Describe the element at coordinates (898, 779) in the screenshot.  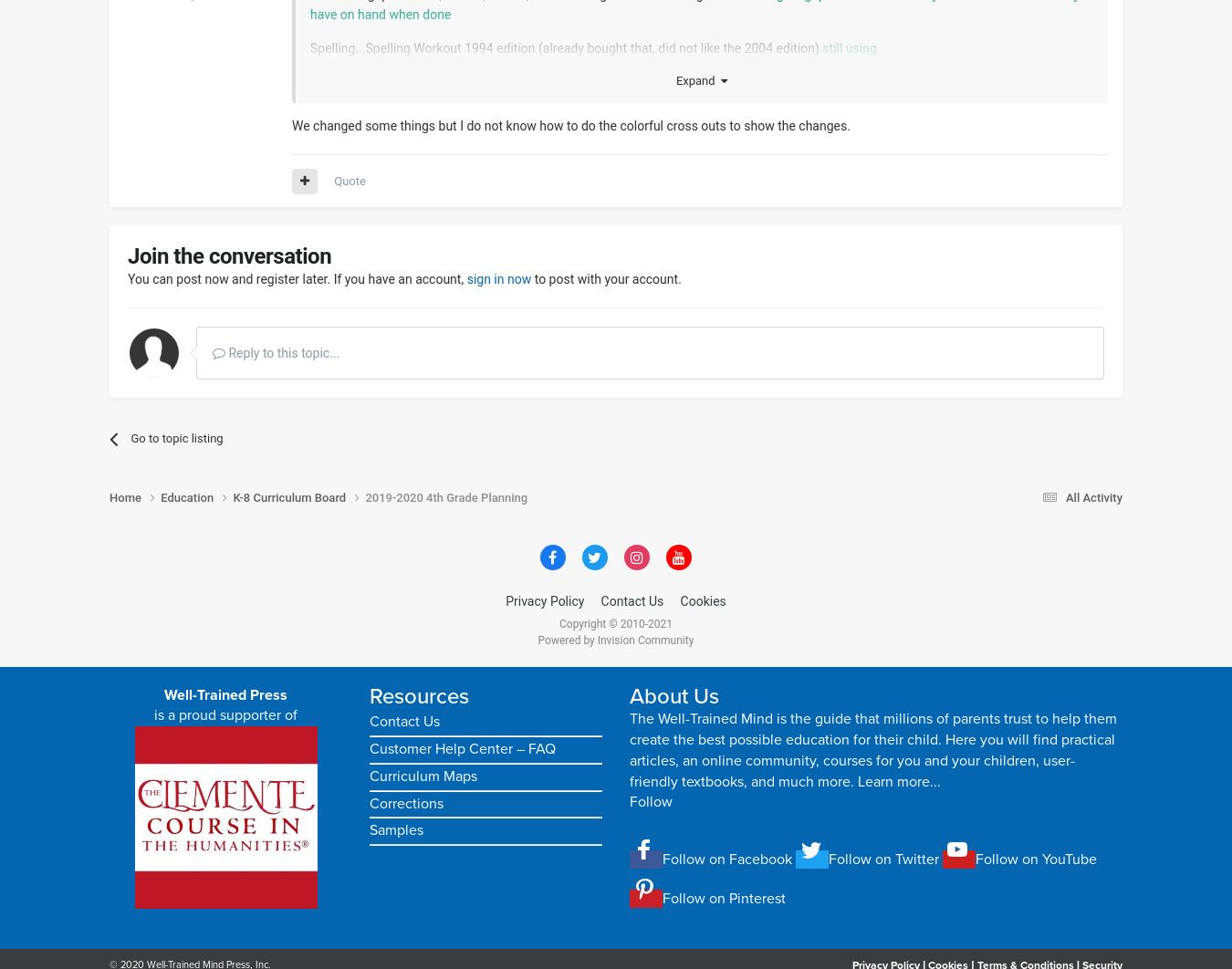
I see `'Learn more...'` at that location.